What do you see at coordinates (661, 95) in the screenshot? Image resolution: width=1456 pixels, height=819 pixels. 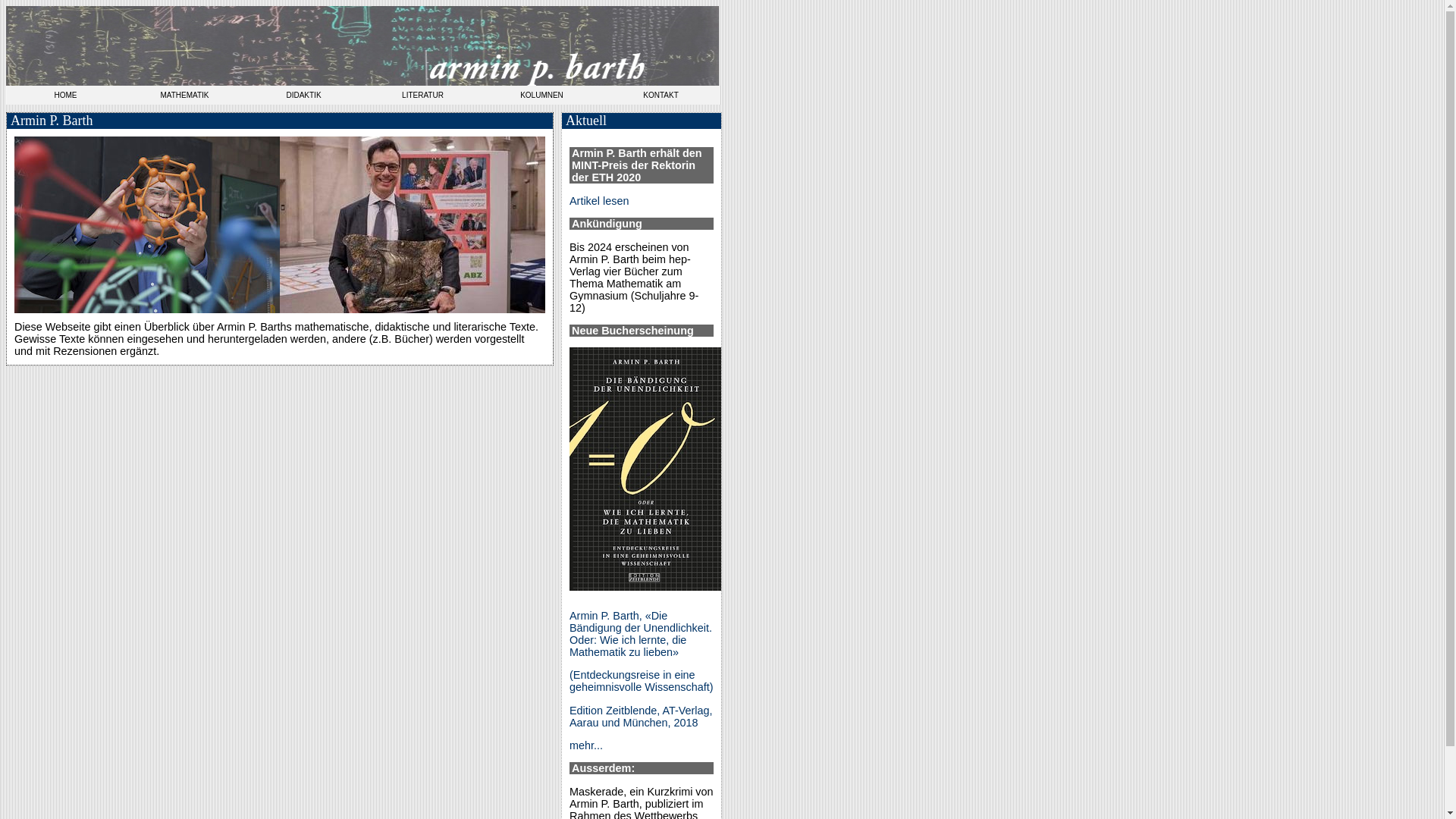 I see `'KONTAKT'` at bounding box center [661, 95].